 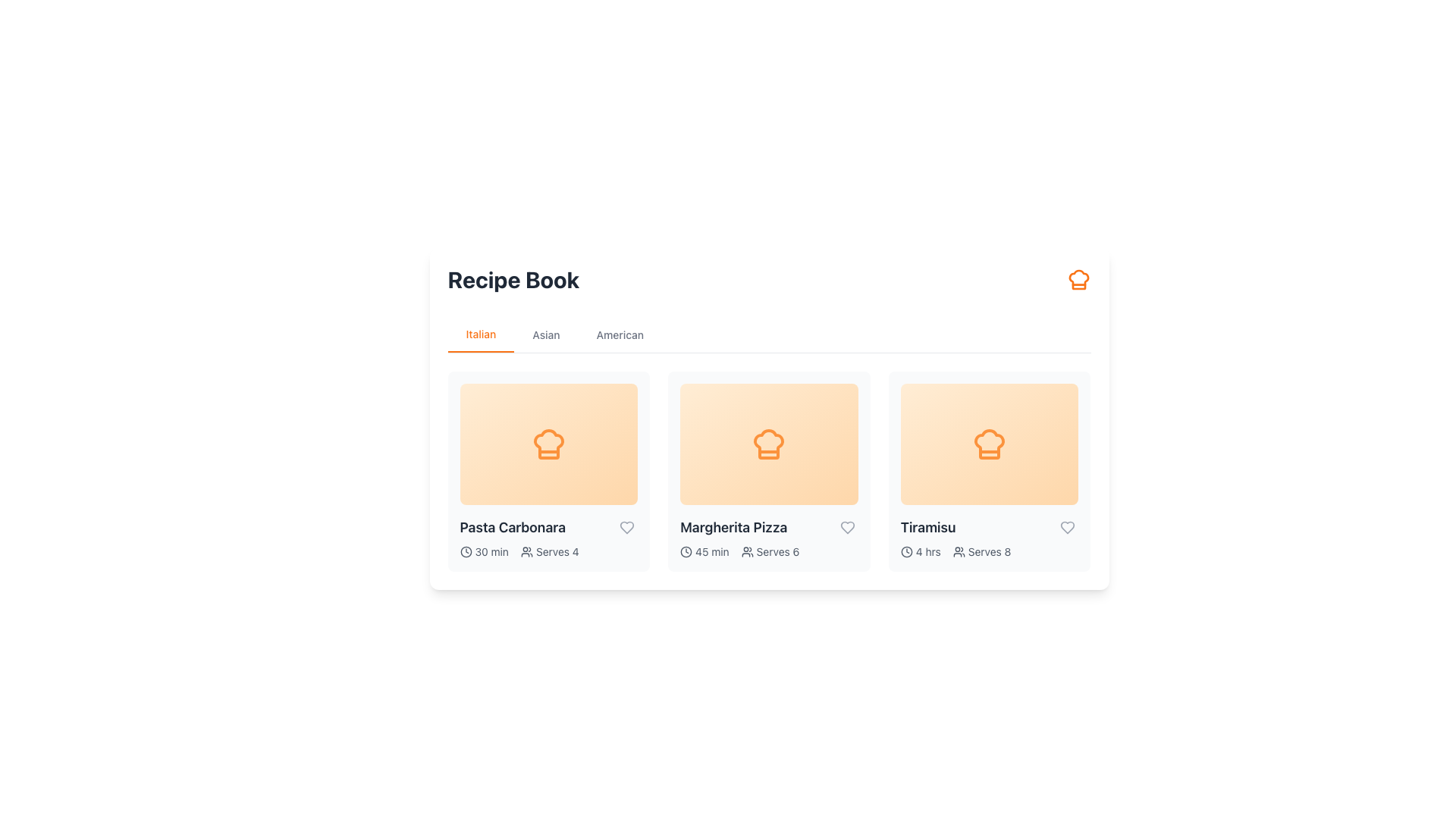 I want to click on the like icon located at the bottom-right corner of the 'Margherita Pizza' recipe card to favorite the recipe, so click(x=846, y=526).